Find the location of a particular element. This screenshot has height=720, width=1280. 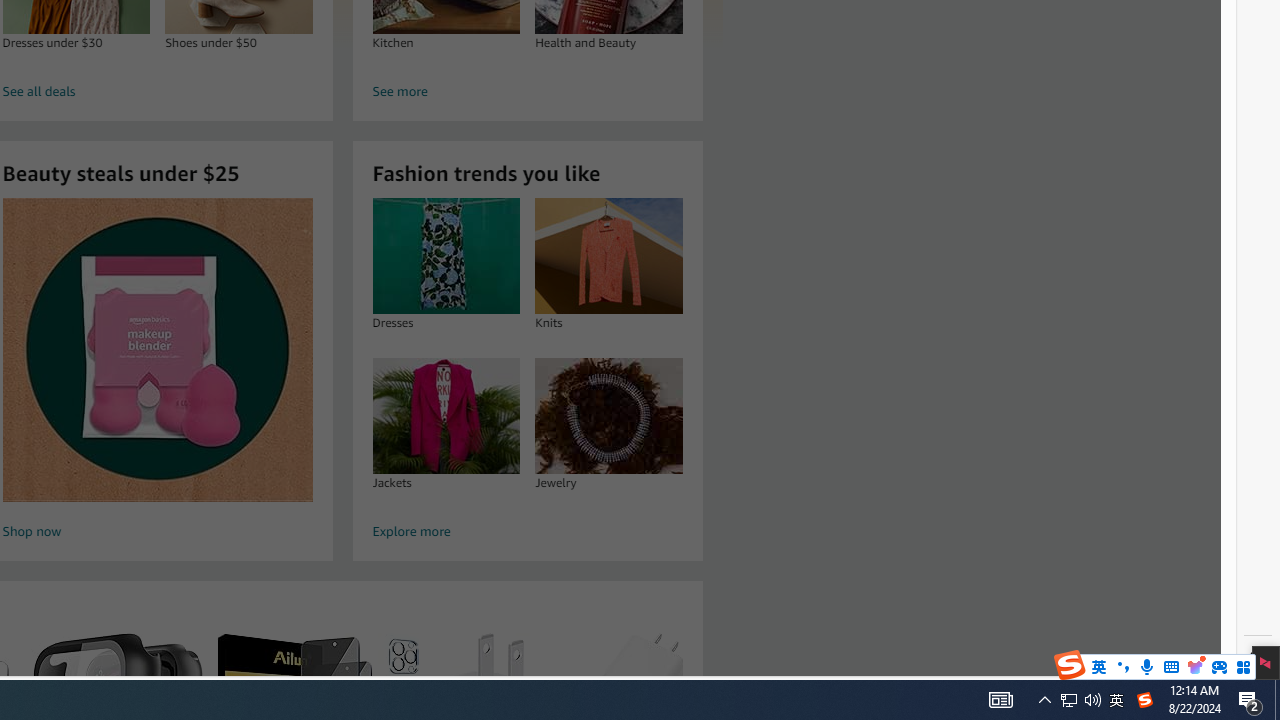

'Jackets' is located at coordinates (445, 414).